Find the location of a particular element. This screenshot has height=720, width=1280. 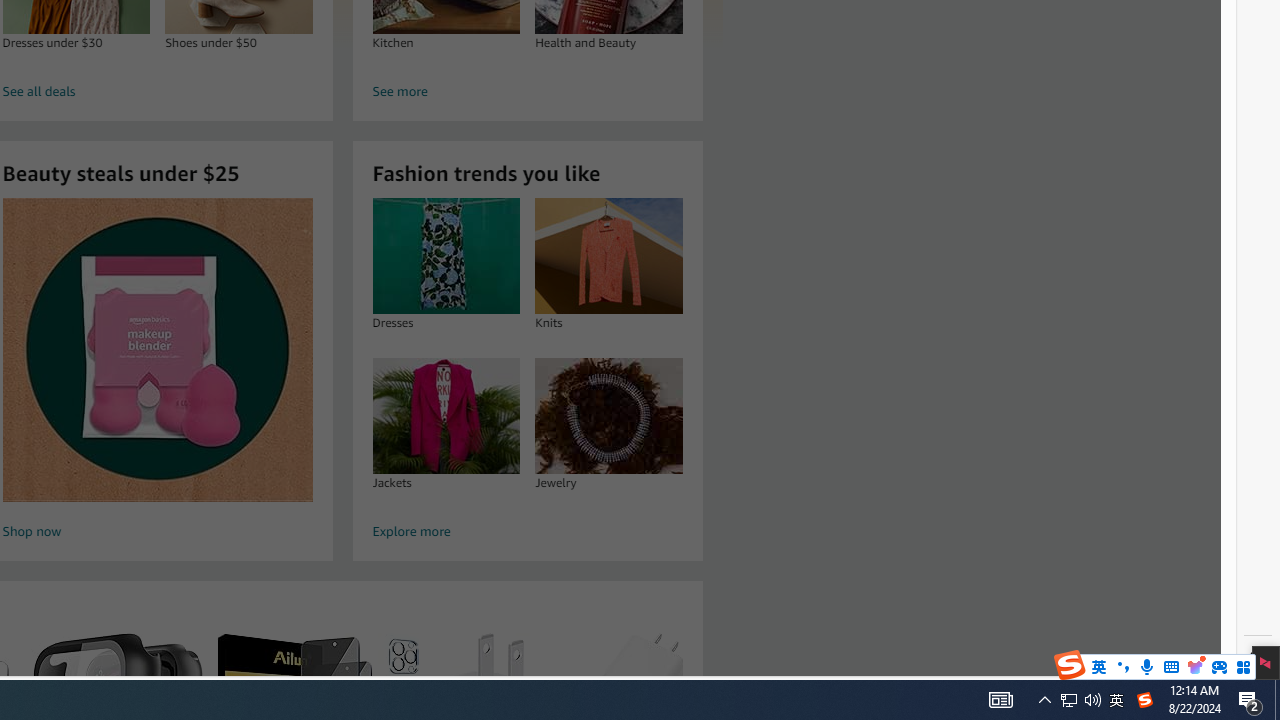

'Jackets' is located at coordinates (445, 414).